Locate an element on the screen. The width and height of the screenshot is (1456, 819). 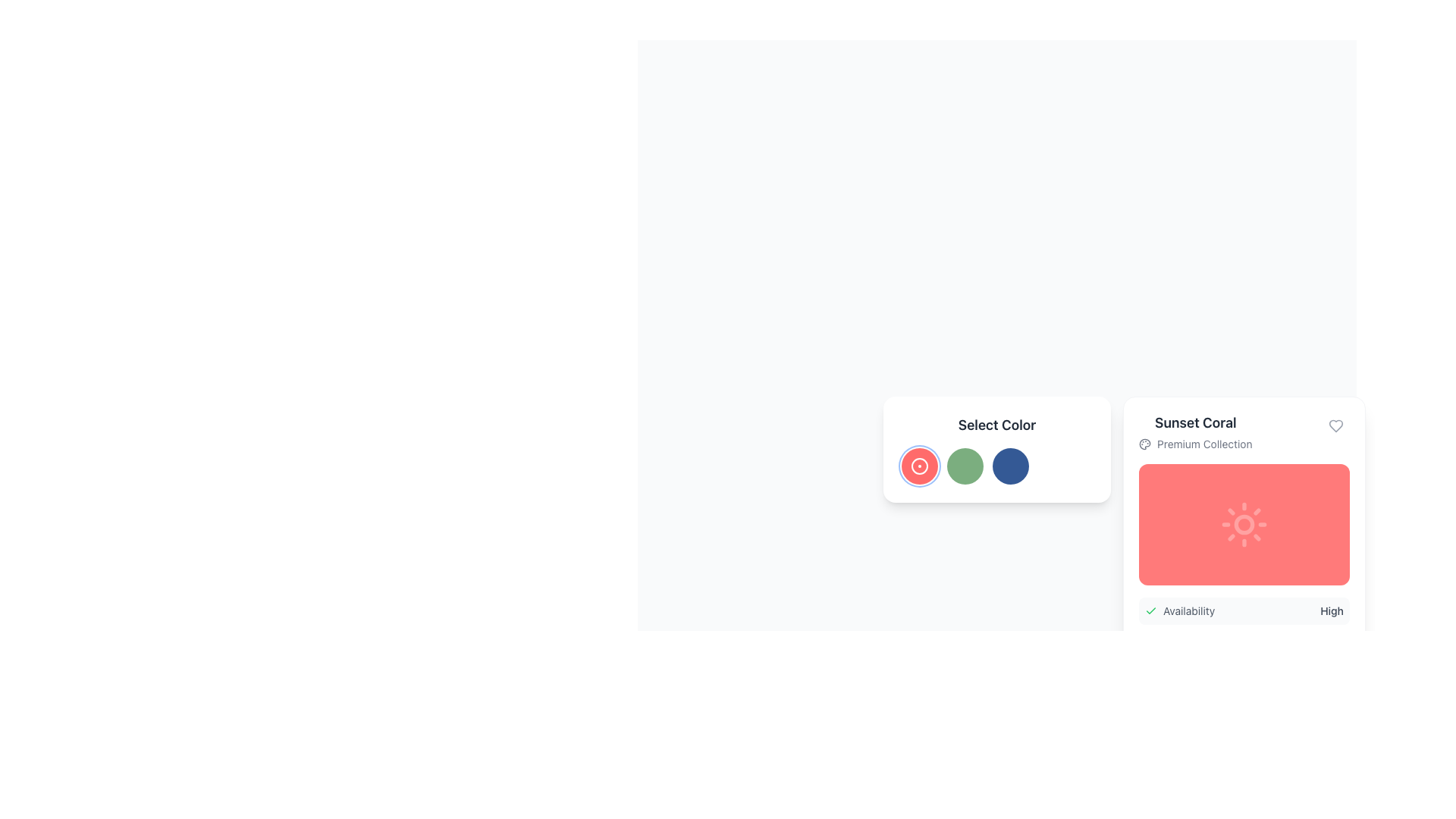
the third circle button for selecting the color blue, located under the label 'Select Color' is located at coordinates (997, 449).